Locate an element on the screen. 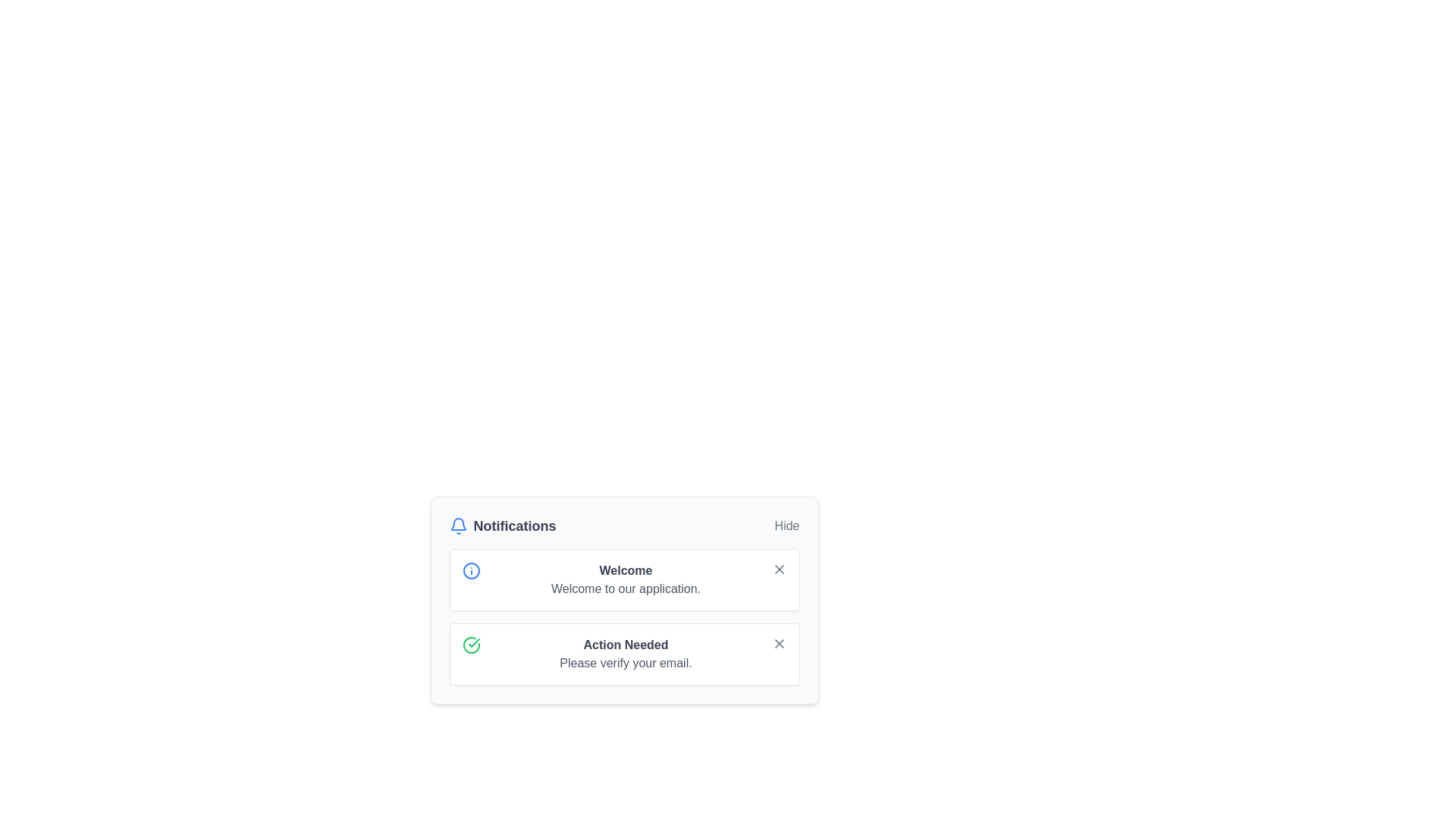 Image resolution: width=1456 pixels, height=819 pixels. the button located at the end of the notifications panel is located at coordinates (787, 526).